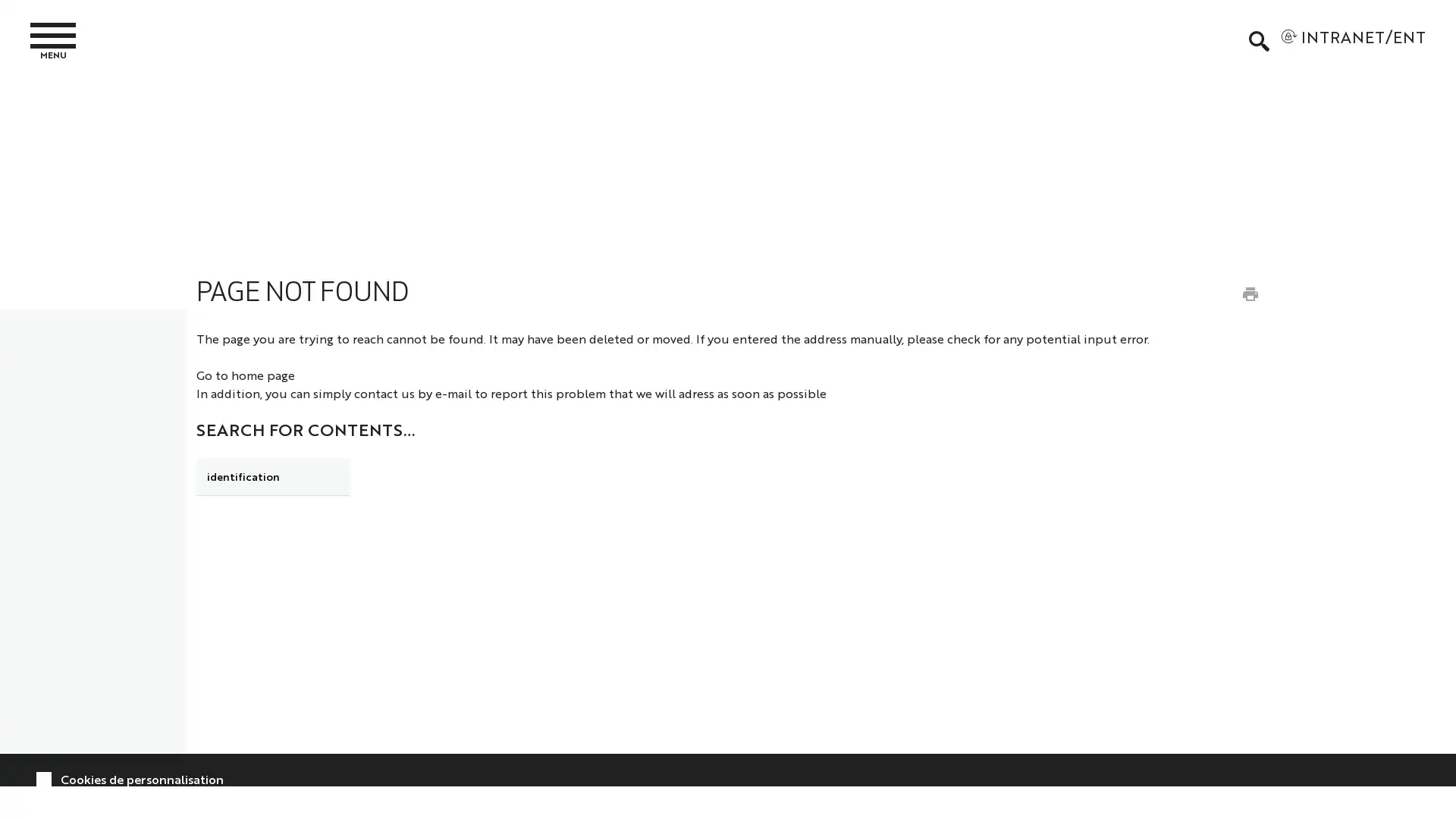 This screenshot has width=1456, height=819. Describe the element at coordinates (1258, 40) in the screenshot. I see `SEARCH` at that location.